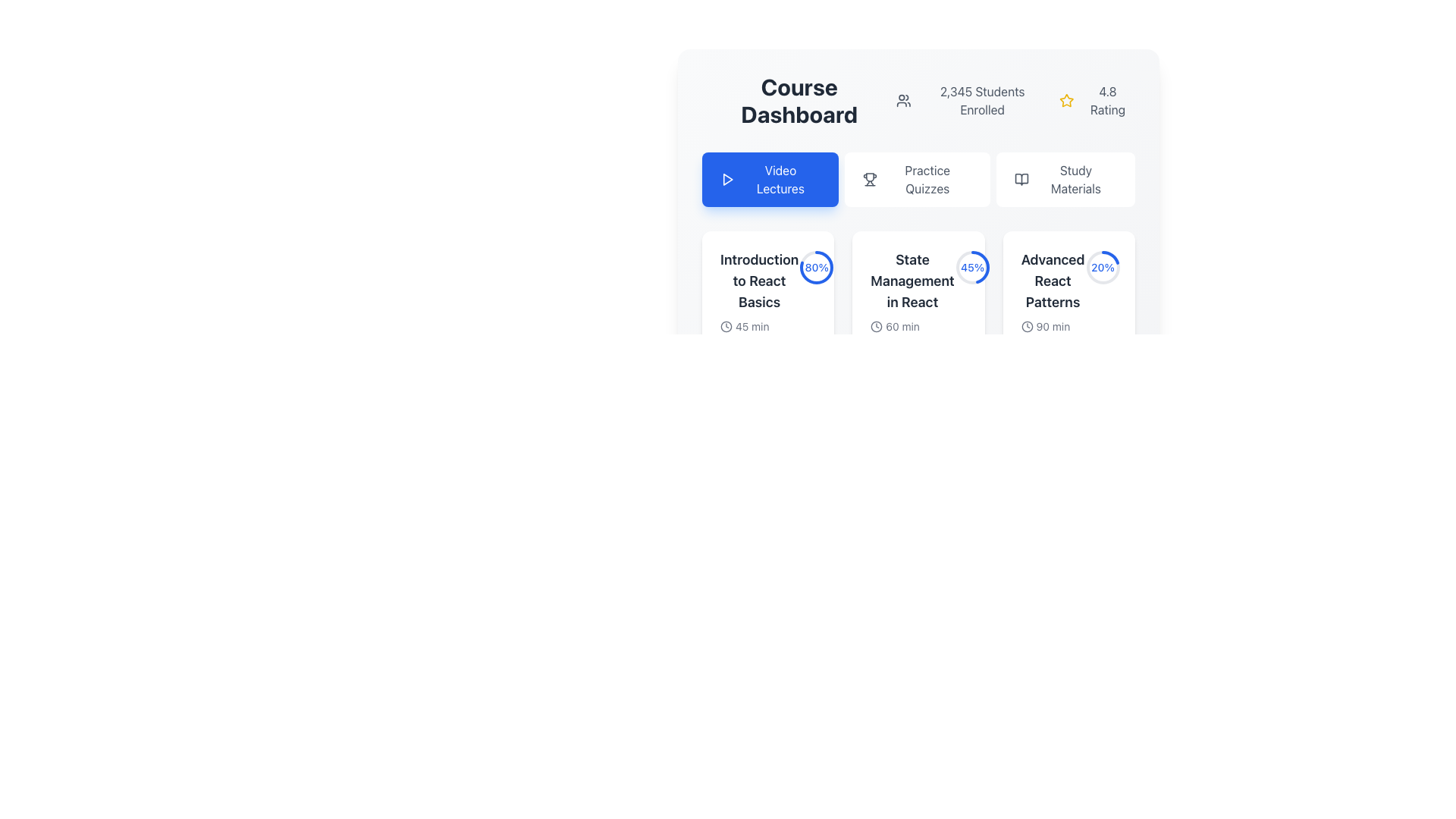 The image size is (1456, 819). I want to click on the 'Study Materials' button, which is a rectangular button with a white background and dark gray text, located in the top right portion of the 'Course Dashboard', so click(1065, 178).